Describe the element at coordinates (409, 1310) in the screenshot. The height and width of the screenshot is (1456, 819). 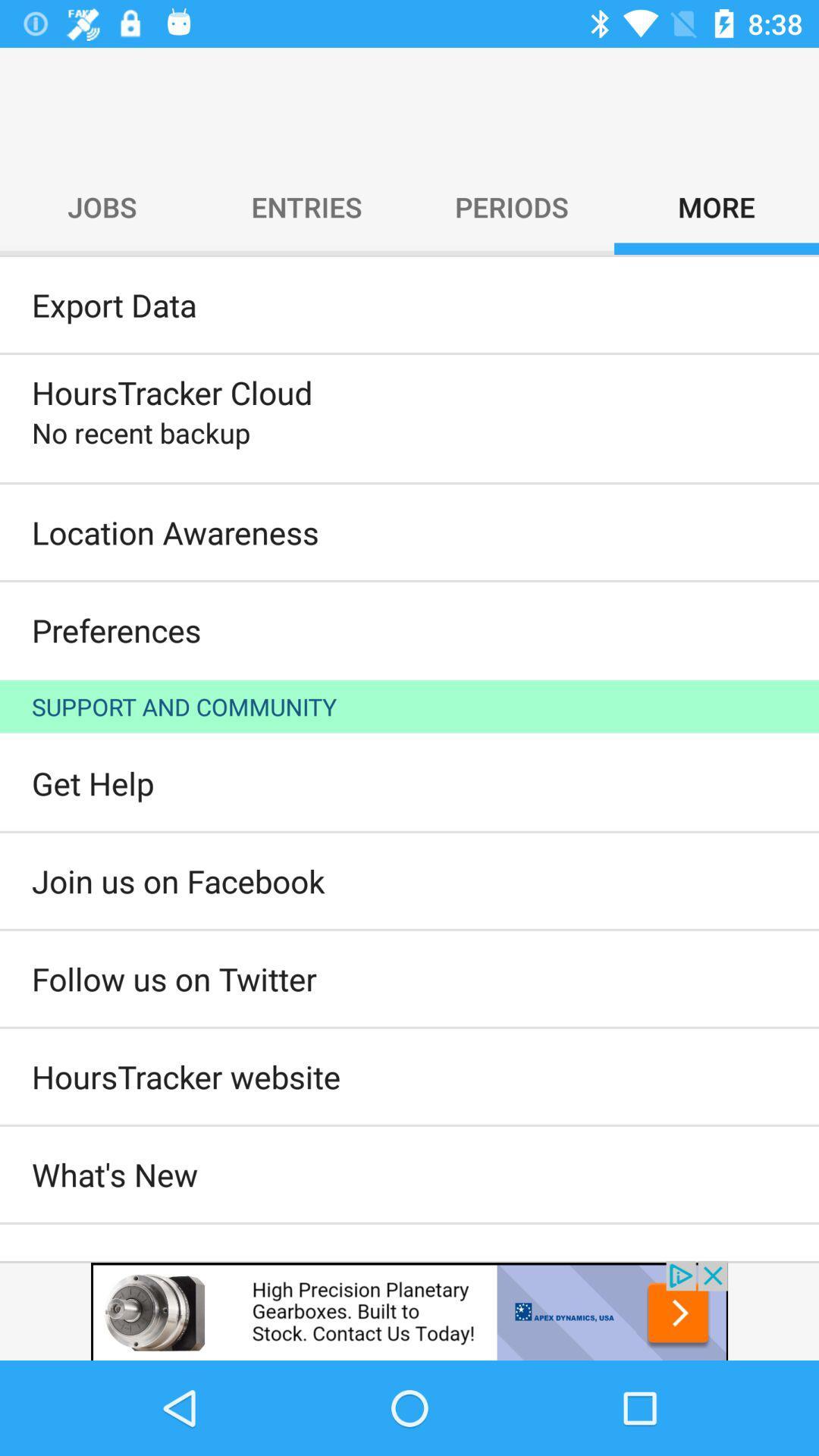
I see `advertisement page` at that location.